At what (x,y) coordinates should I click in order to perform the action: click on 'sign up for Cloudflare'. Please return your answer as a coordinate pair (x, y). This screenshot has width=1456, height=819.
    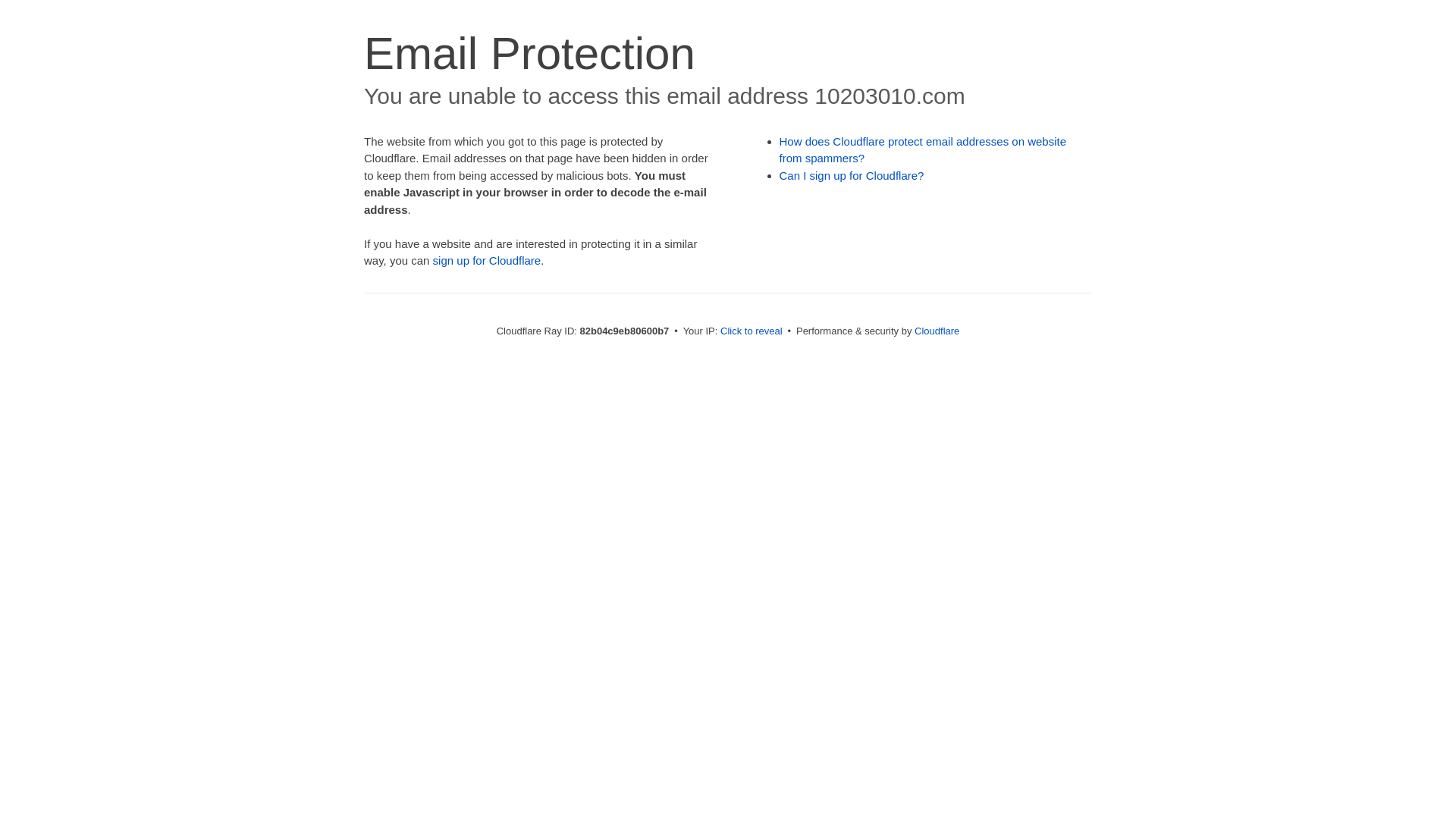
    Looking at the image, I should click on (487, 259).